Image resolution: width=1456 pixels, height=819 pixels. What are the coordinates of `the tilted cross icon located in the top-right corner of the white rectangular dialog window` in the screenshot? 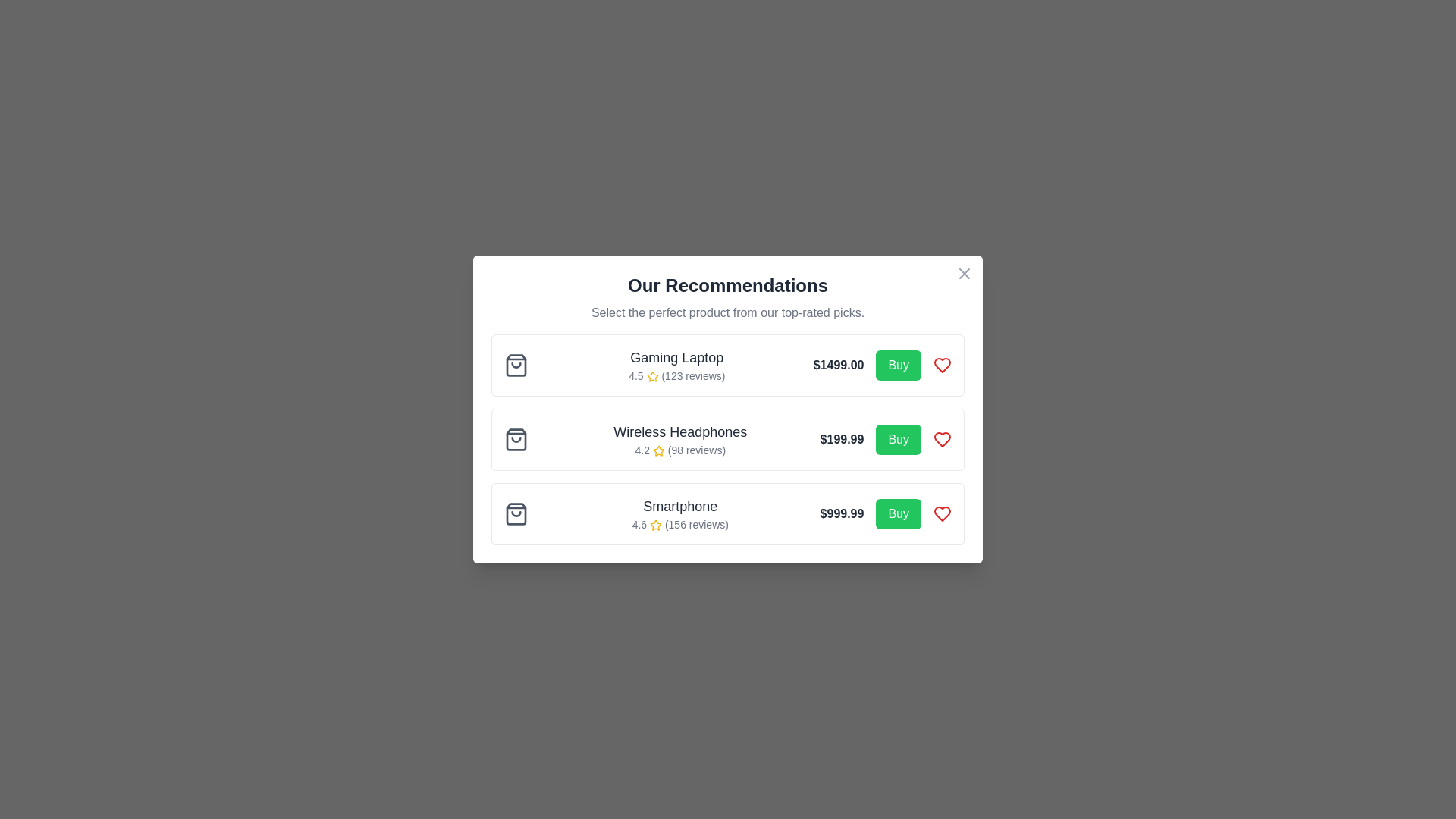 It's located at (964, 274).